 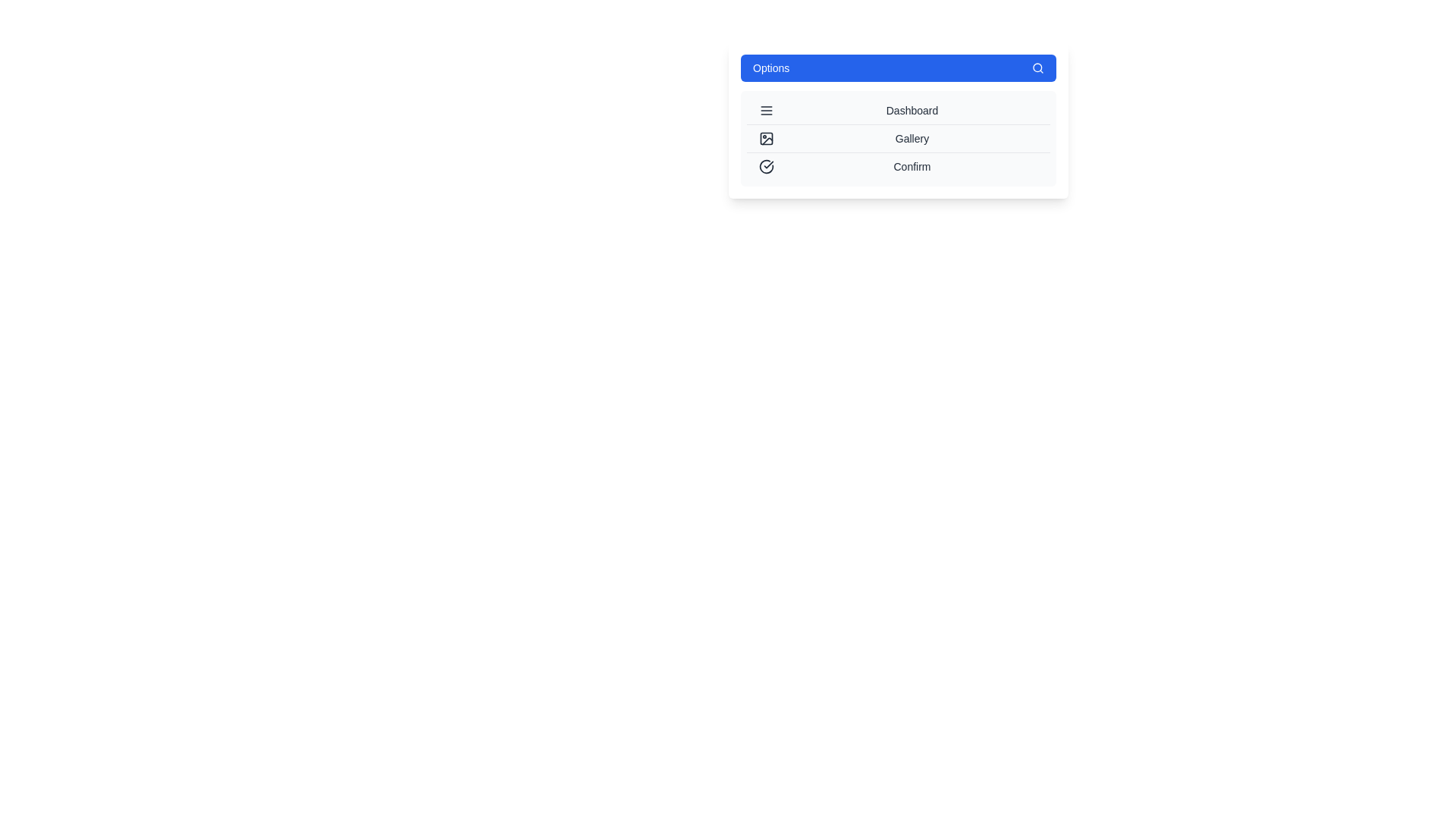 What do you see at coordinates (767, 138) in the screenshot?
I see `the icon corresponding to the menu item Gallery` at bounding box center [767, 138].